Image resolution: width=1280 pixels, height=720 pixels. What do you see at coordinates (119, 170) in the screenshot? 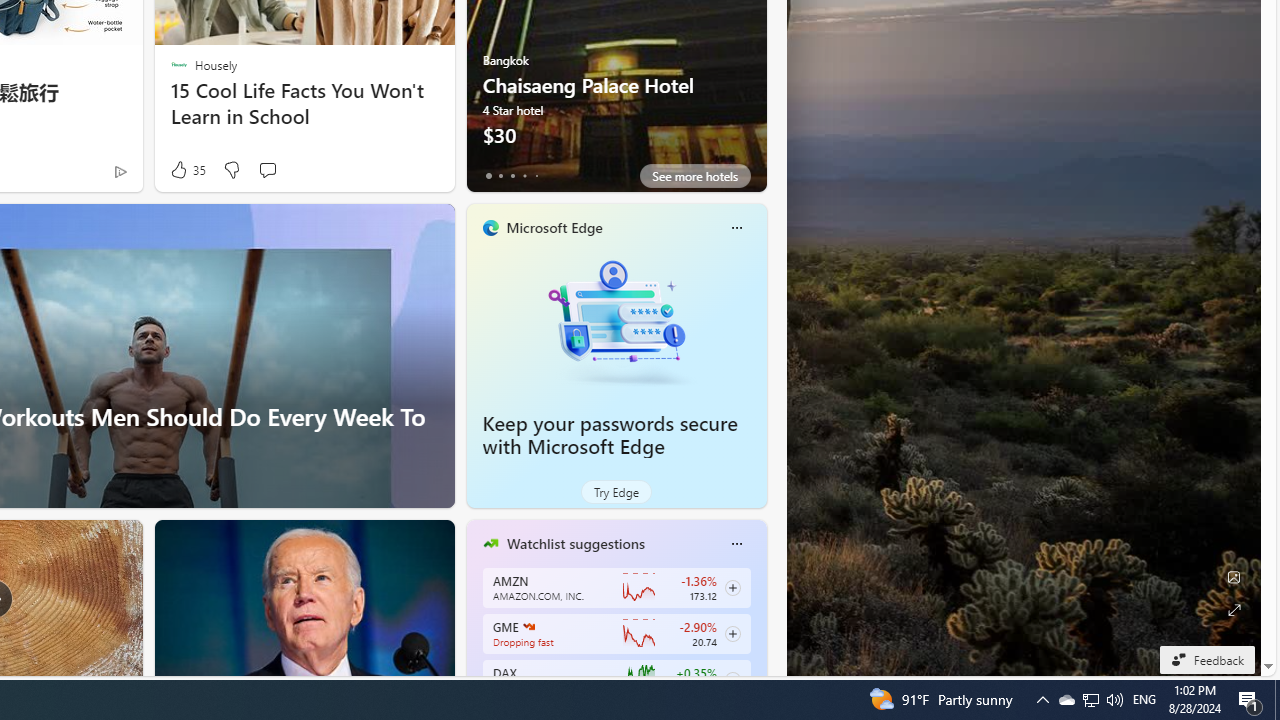
I see `'Ad Choice'` at bounding box center [119, 170].